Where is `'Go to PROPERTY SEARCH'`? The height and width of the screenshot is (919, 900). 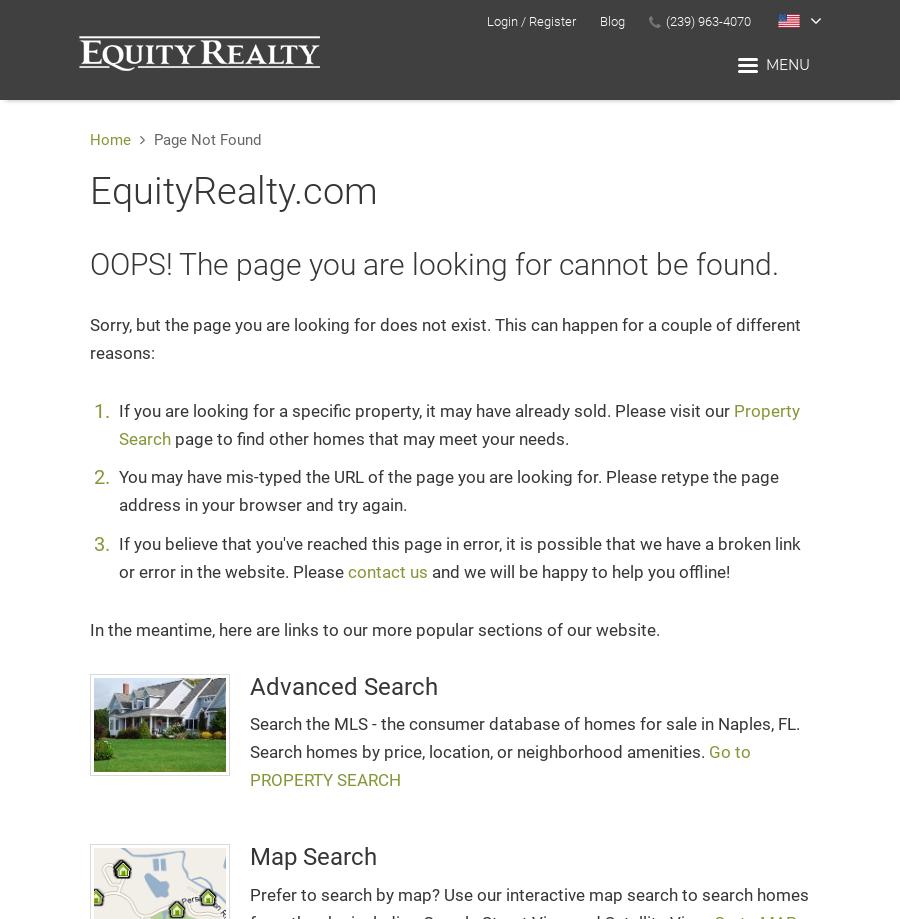 'Go to PROPERTY SEARCH' is located at coordinates (499, 765).